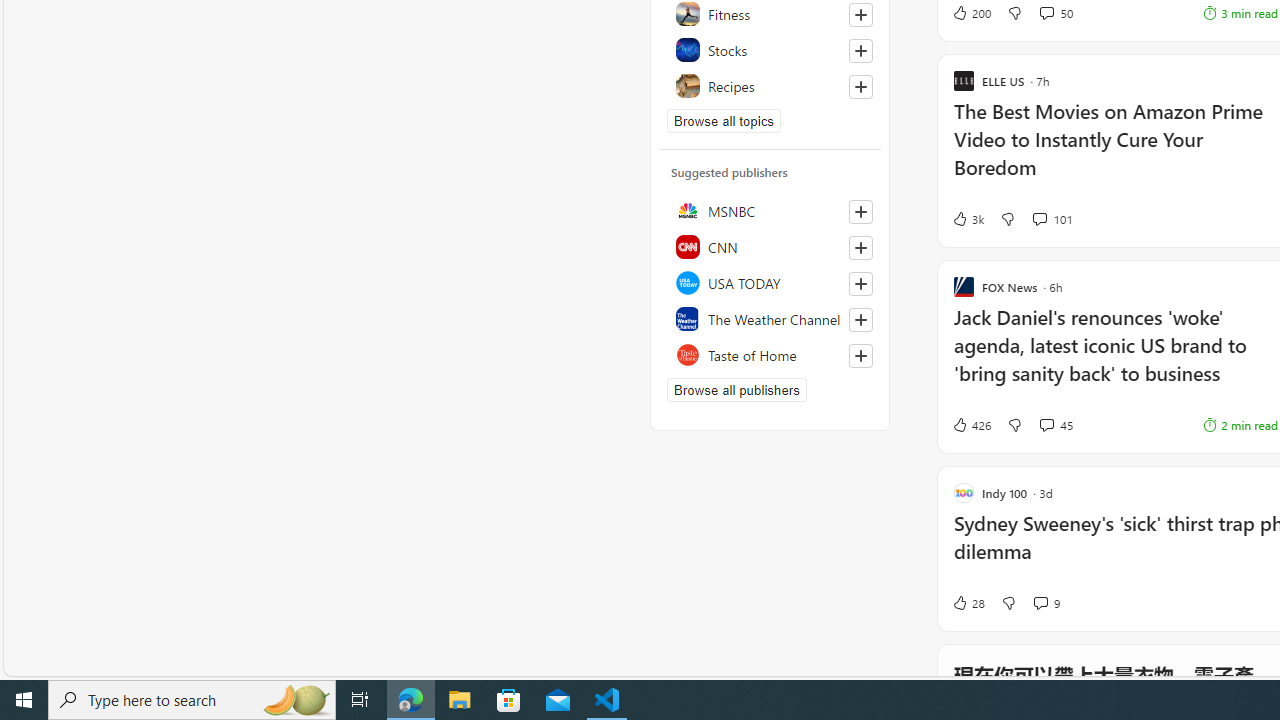 The image size is (1280, 720). Describe the element at coordinates (769, 282) in the screenshot. I see `'USA TODAY'` at that location.